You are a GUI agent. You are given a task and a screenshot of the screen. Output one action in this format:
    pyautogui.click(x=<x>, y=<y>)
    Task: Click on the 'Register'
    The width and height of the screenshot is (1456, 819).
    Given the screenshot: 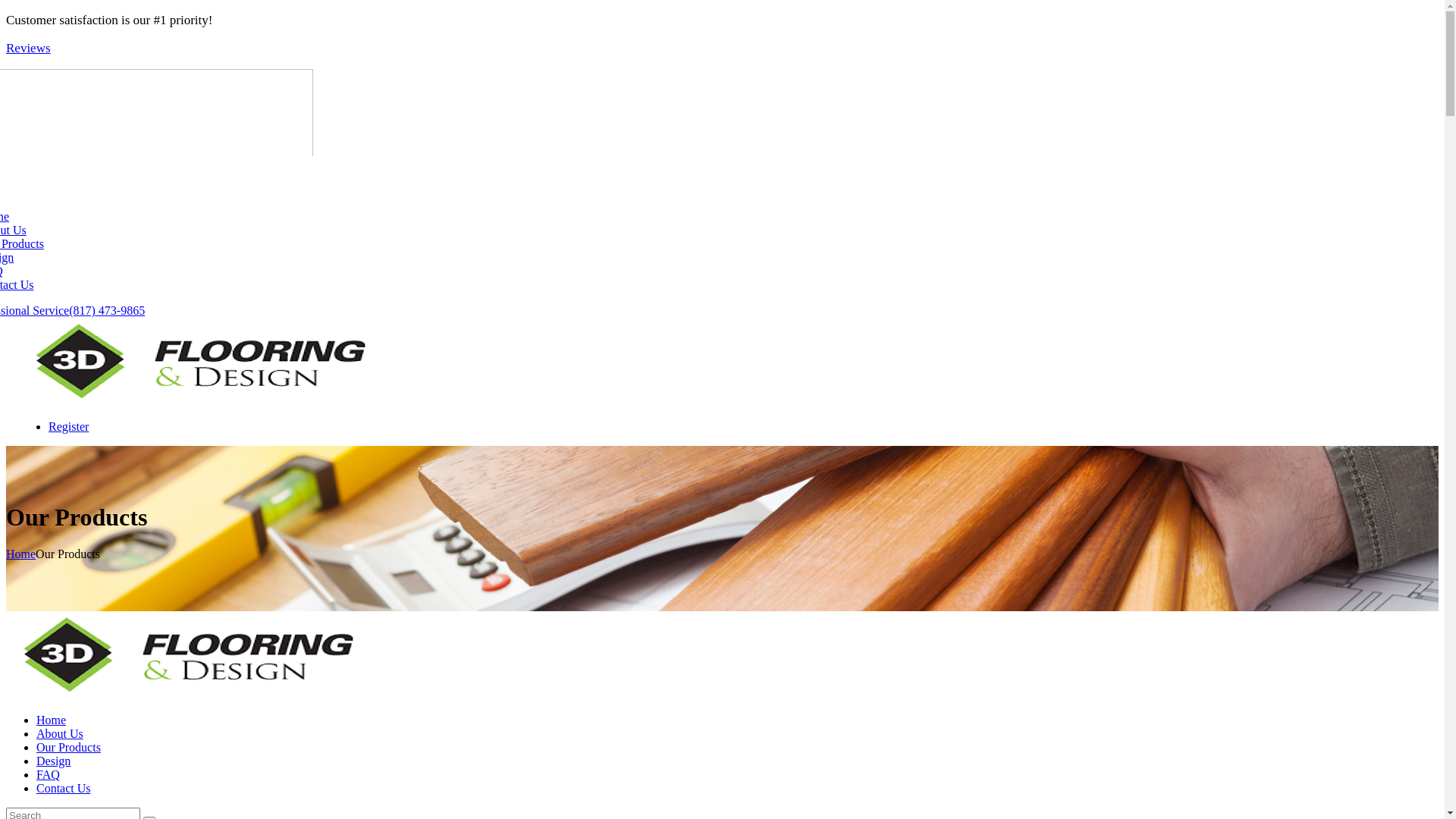 What is the action you would take?
    pyautogui.click(x=48, y=426)
    